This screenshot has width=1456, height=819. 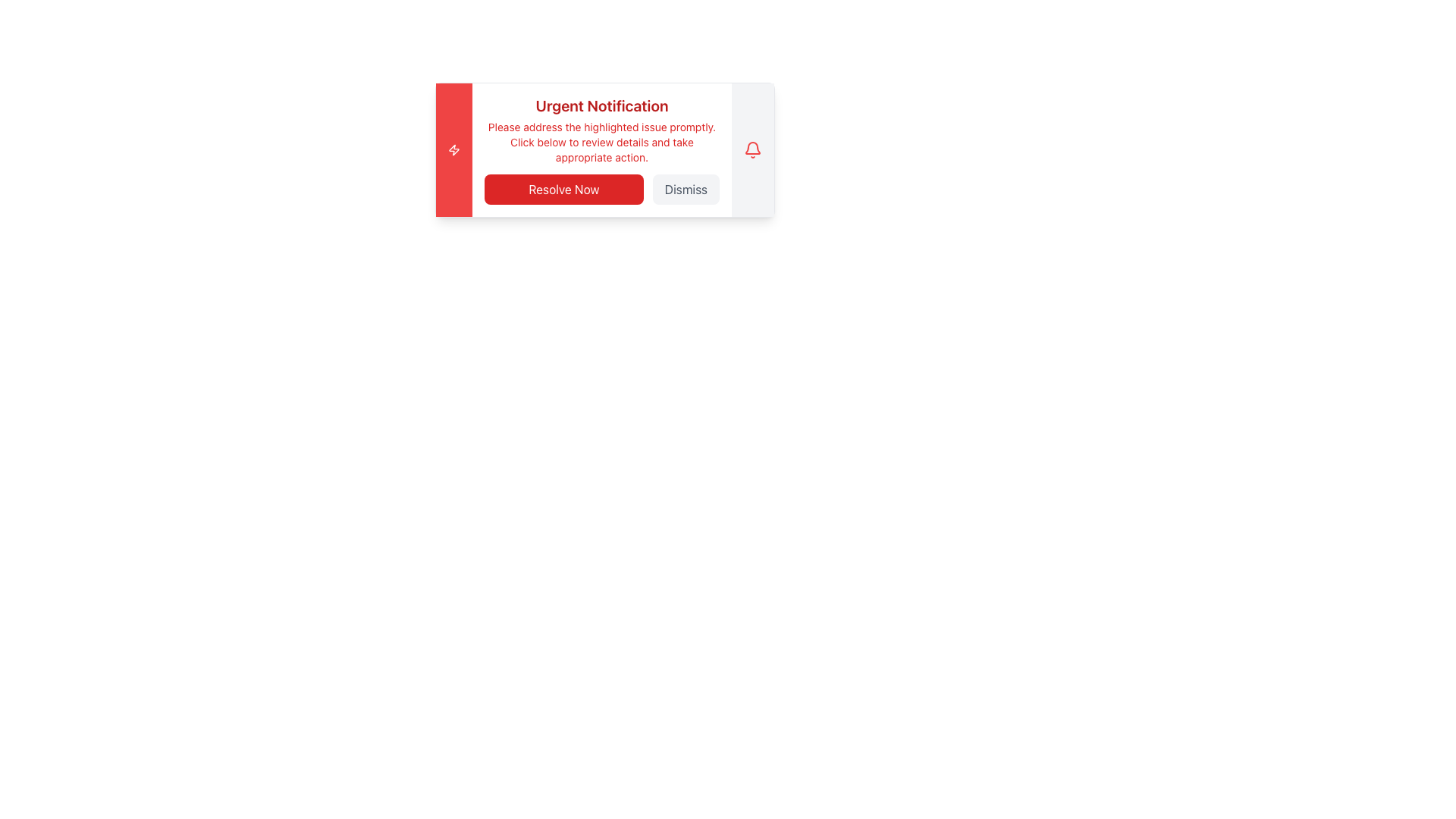 I want to click on the urgency icon located within the vertically aligned red rectangular block on the far-left side of the notification card, centrally aligned within the block, so click(x=453, y=149).